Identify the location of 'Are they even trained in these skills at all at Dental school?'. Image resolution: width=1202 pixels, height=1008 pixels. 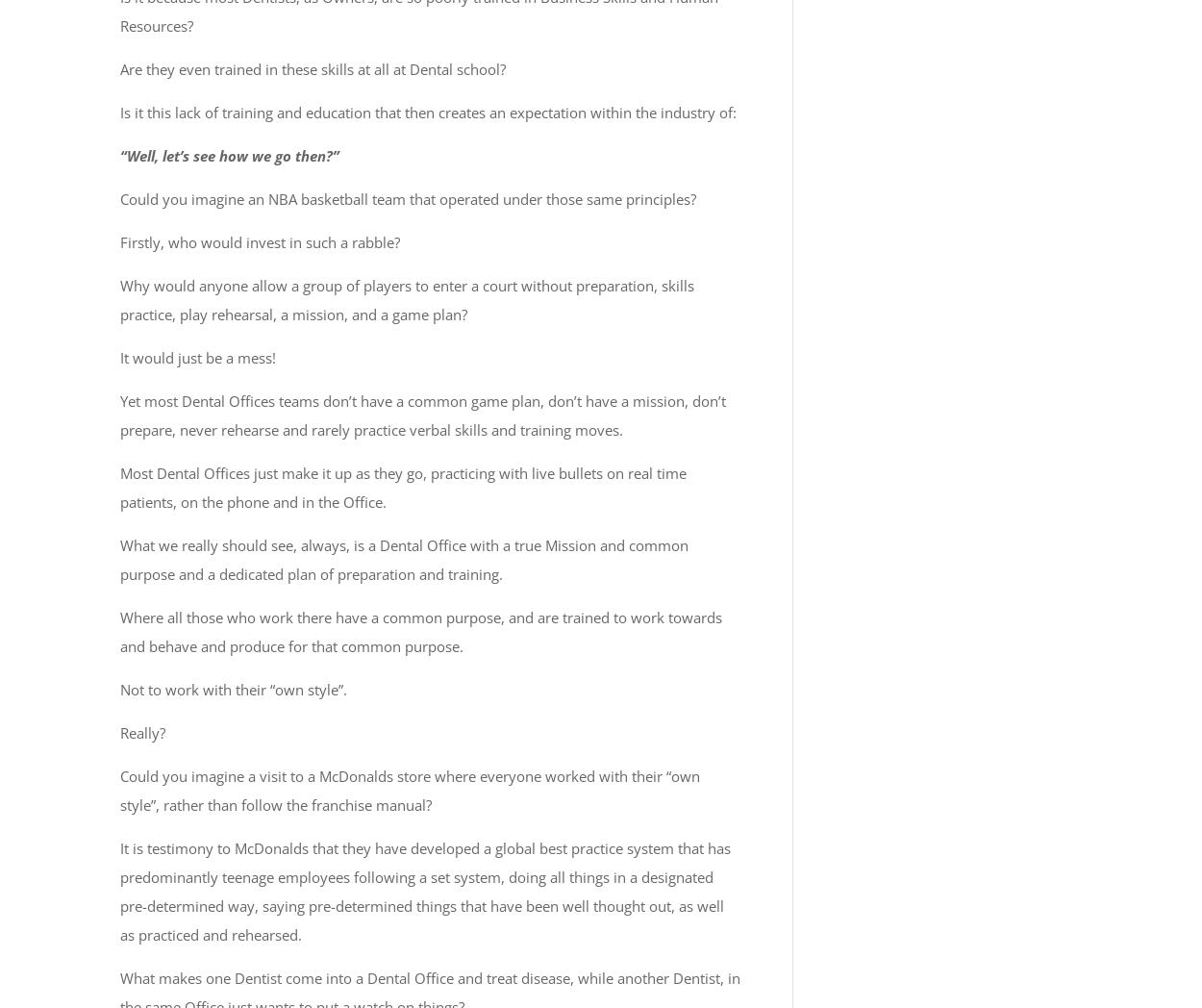
(312, 68).